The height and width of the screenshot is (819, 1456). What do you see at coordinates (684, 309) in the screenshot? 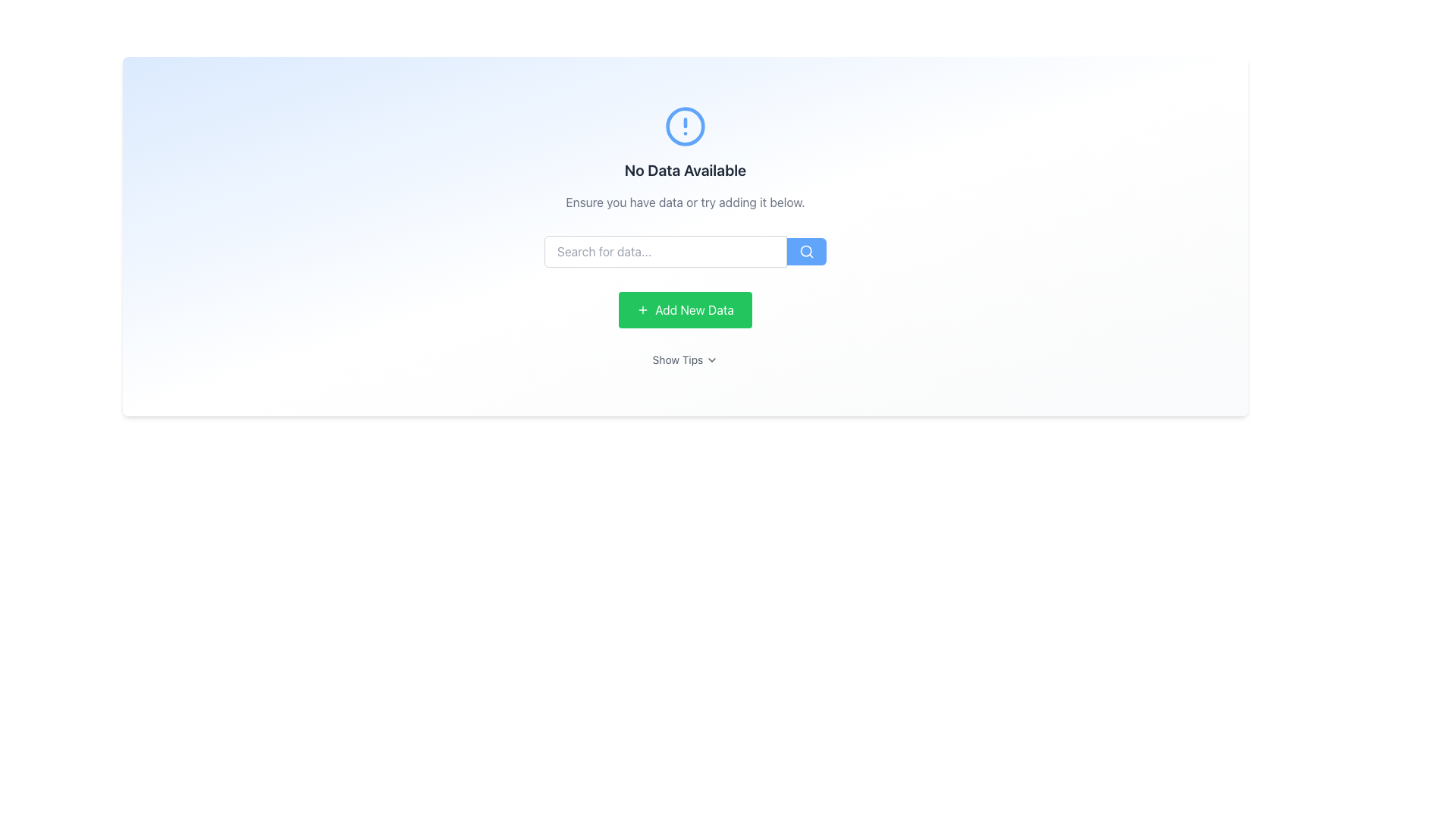
I see `the green rectangular button labeled 'Add New Data' located in the 'No Data Available' section` at bounding box center [684, 309].